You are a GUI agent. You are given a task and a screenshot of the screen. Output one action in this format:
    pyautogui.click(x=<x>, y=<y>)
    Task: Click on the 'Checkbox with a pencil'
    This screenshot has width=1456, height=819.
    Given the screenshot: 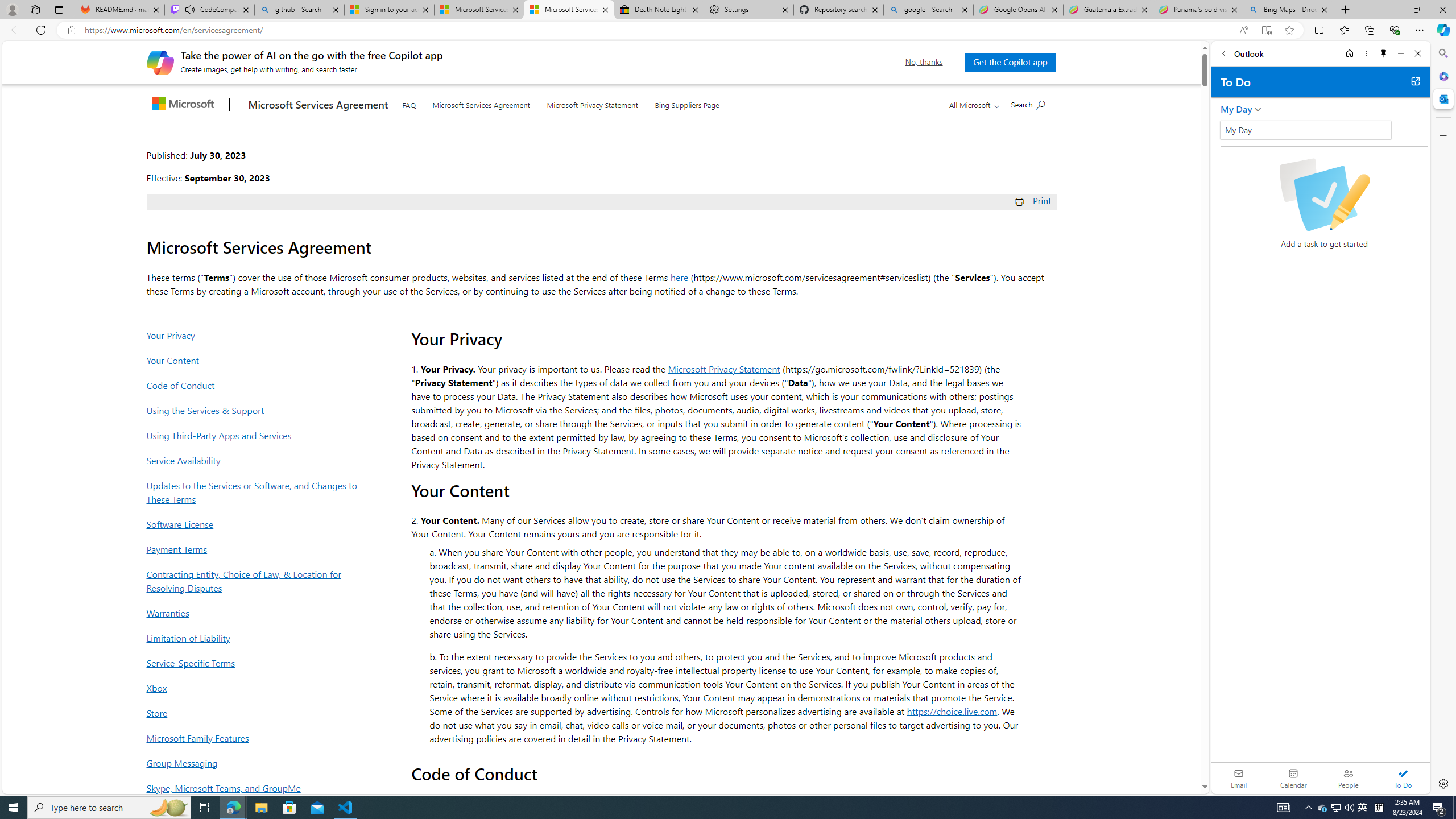 What is the action you would take?
    pyautogui.click(x=1323, y=194)
    